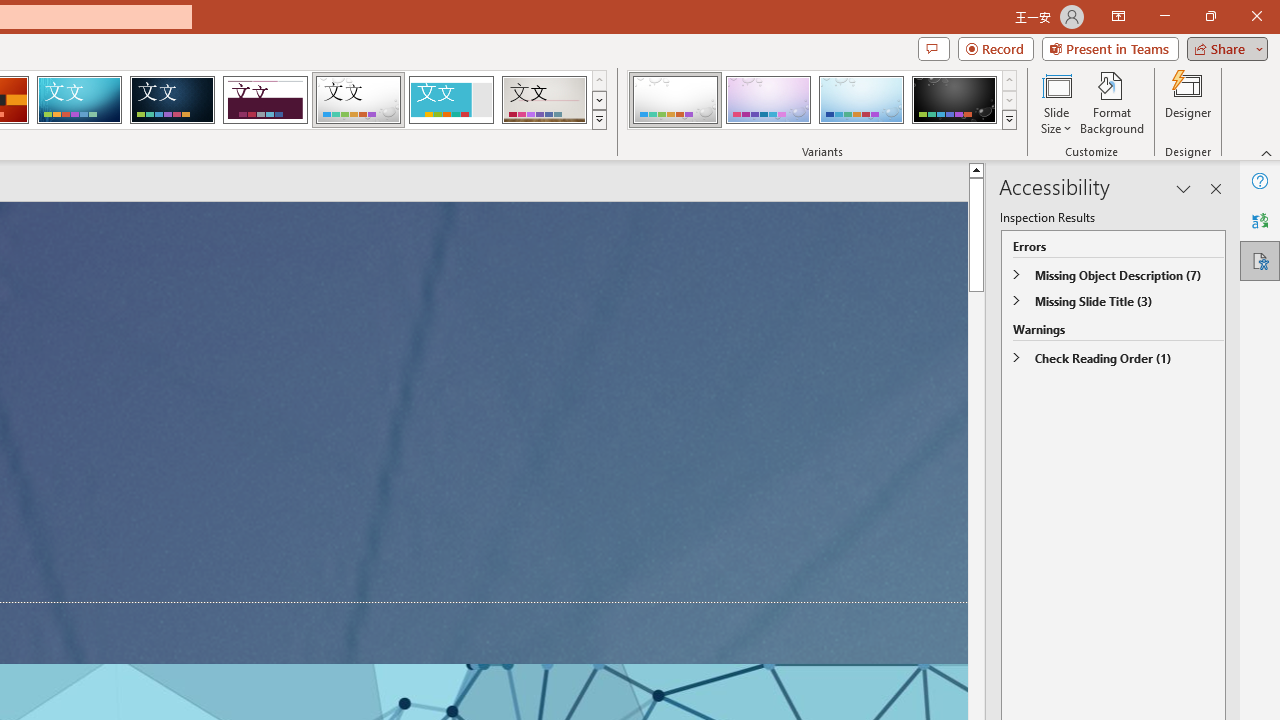 The height and width of the screenshot is (720, 1280). Describe the element at coordinates (1111, 103) in the screenshot. I see `'Format Background'` at that location.